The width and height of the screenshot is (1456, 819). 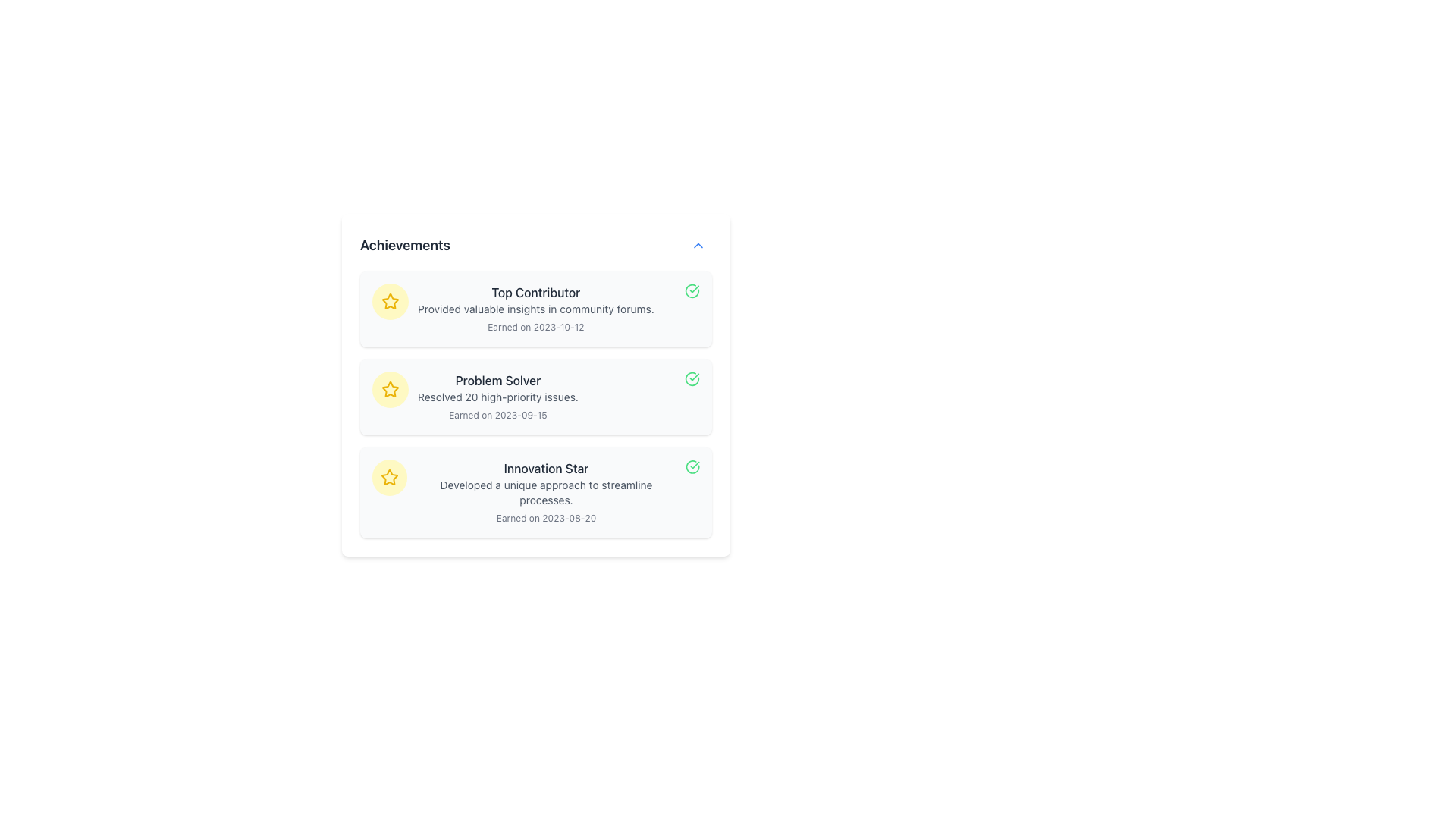 What do you see at coordinates (498, 397) in the screenshot?
I see `the descriptive Text label for the achievement titled 'Problem Solver', which is located within the second card in the 'Achievements' list, positioned below the card with 'Problem Solver' and above the card with 'Earned on 2023-09-15'` at bounding box center [498, 397].